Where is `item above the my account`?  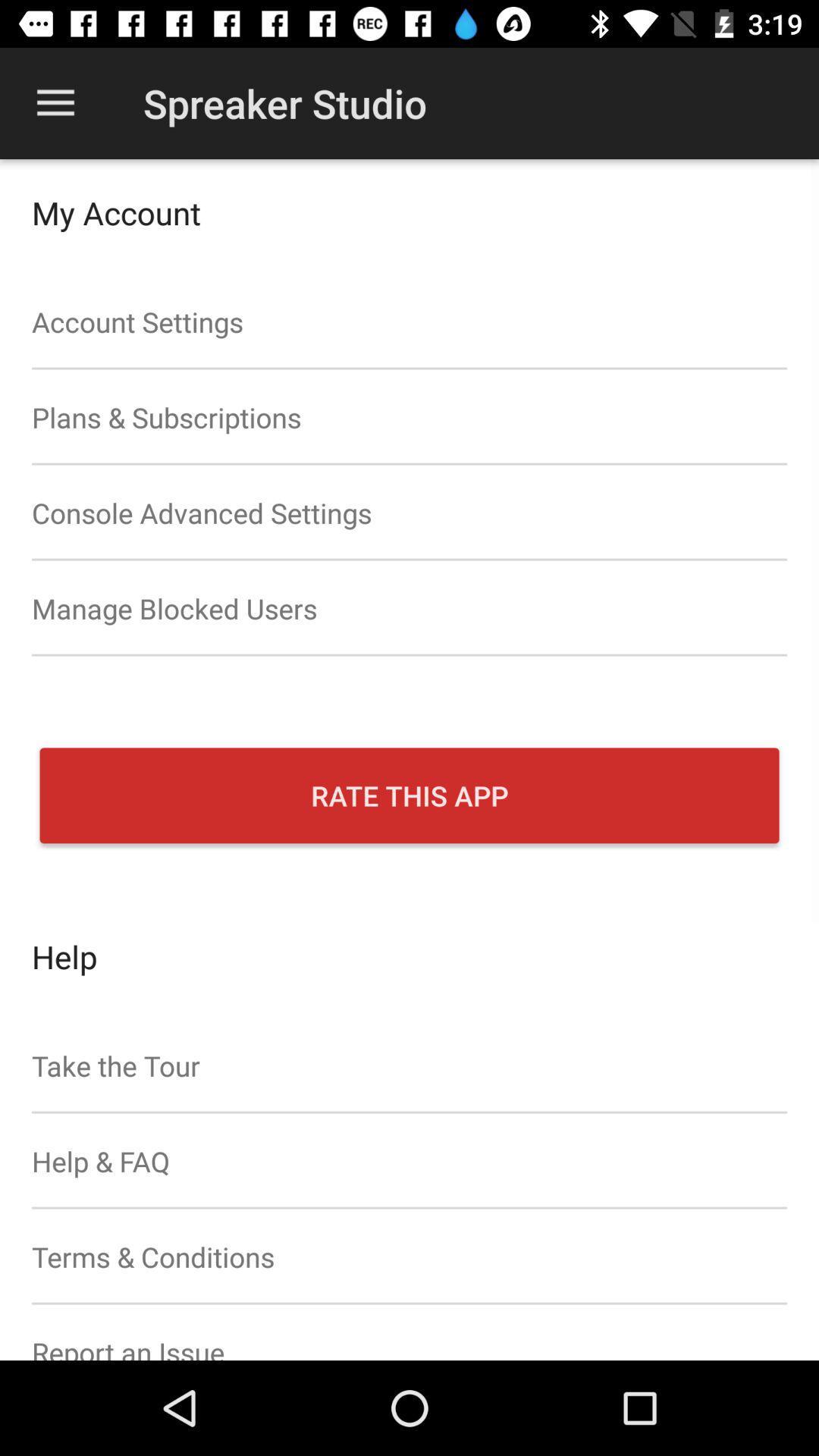
item above the my account is located at coordinates (55, 102).